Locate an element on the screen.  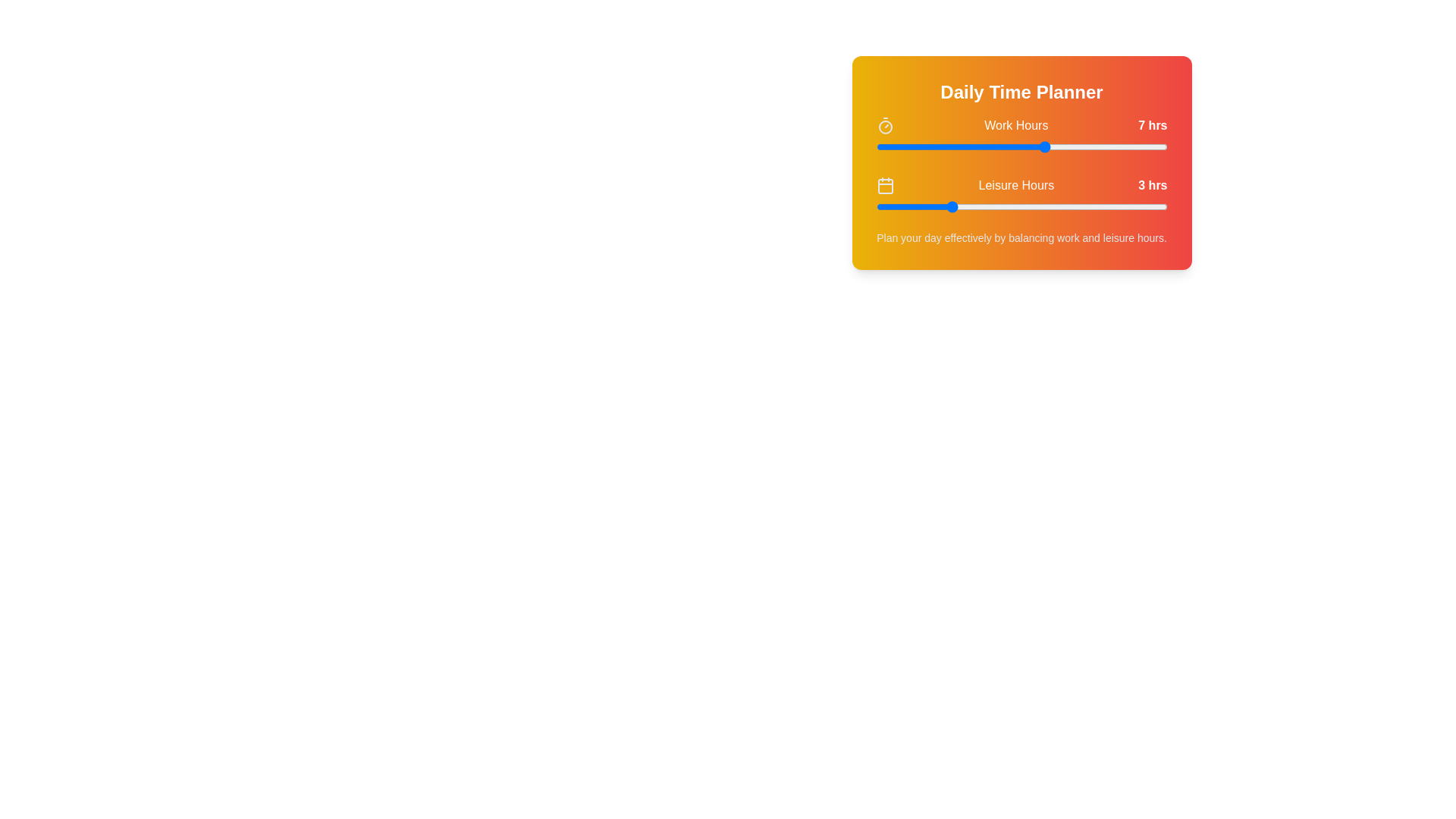
work hours is located at coordinates (1045, 146).